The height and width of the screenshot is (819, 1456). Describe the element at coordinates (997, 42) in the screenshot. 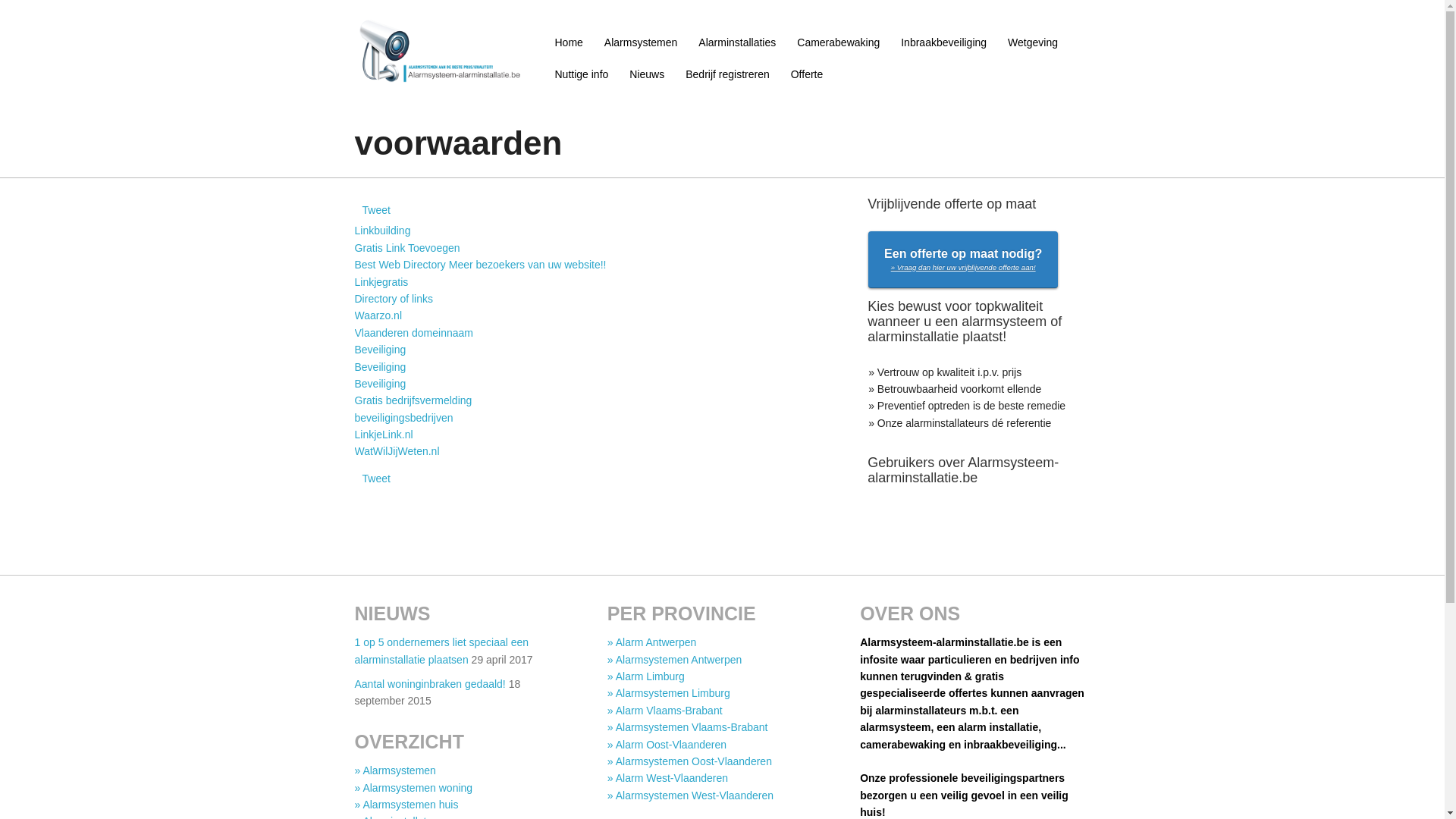

I see `'Wetgeving'` at that location.